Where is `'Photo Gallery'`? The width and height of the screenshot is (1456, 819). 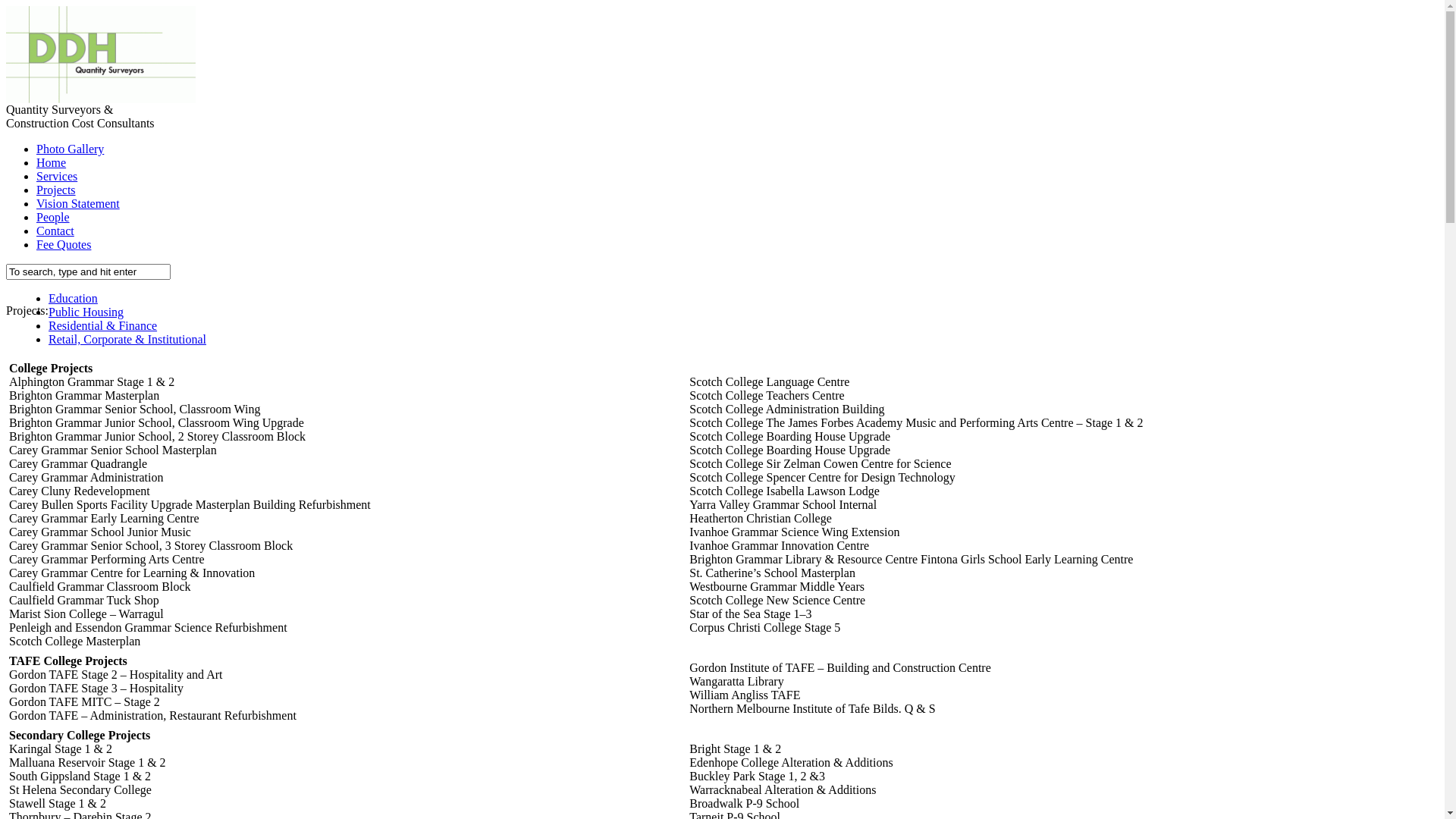 'Photo Gallery' is located at coordinates (69, 149).